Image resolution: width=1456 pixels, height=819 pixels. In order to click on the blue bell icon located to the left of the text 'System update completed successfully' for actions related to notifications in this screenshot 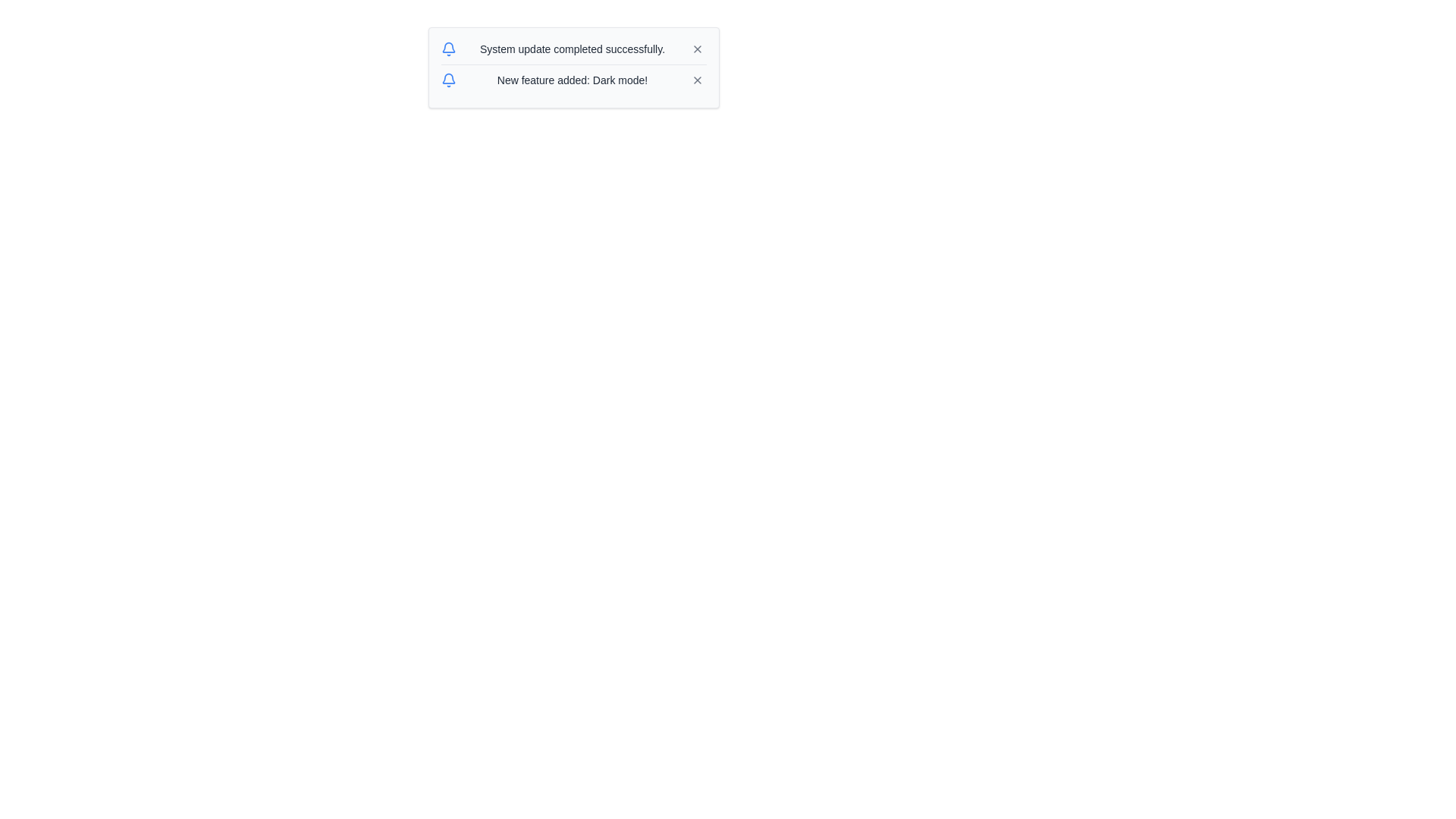, I will do `click(447, 49)`.